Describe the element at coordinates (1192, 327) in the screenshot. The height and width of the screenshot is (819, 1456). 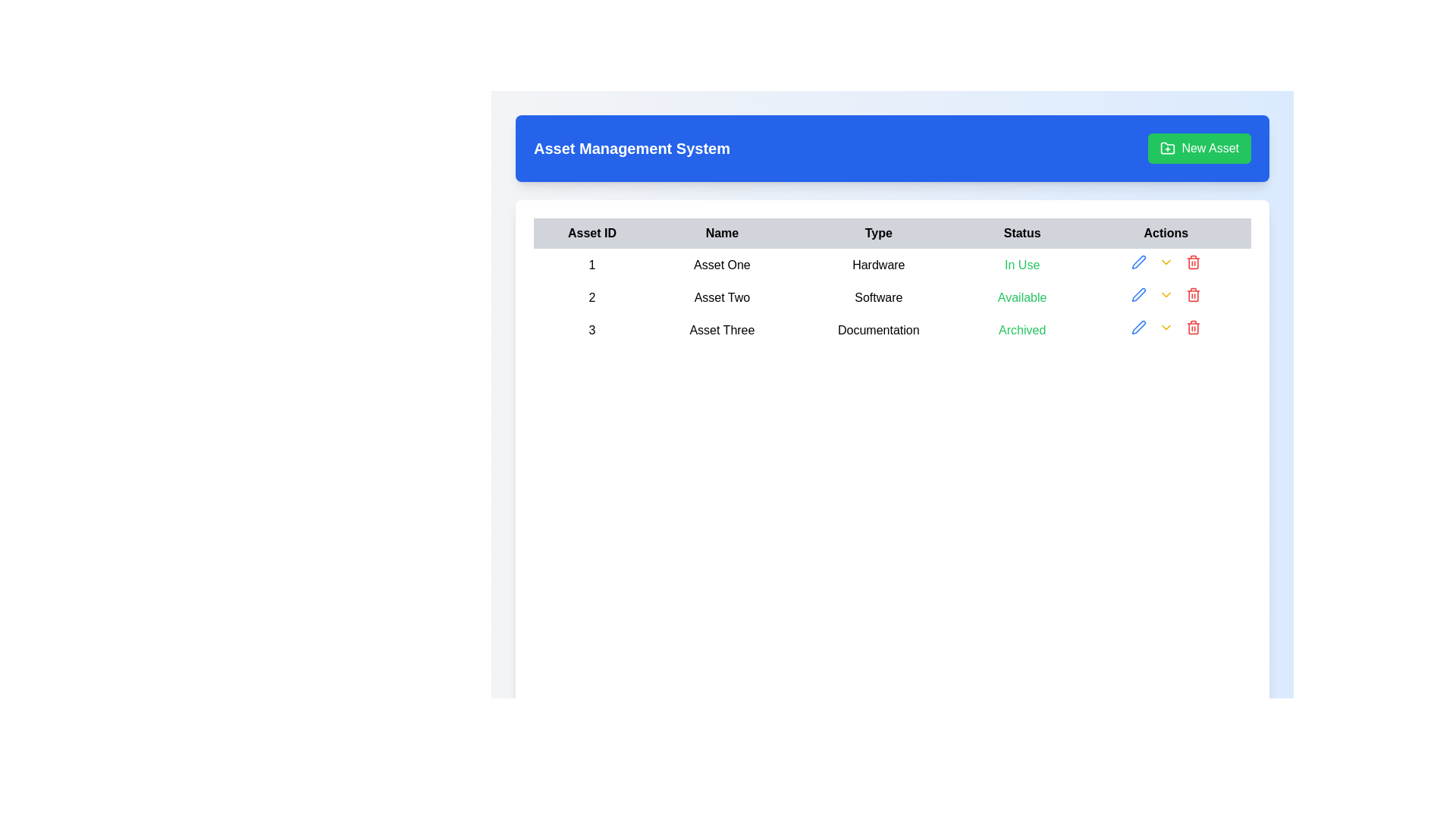
I see `the red trash bin icon in the 'Actions' column of the last row to observe the color change indicating interactivity` at that location.